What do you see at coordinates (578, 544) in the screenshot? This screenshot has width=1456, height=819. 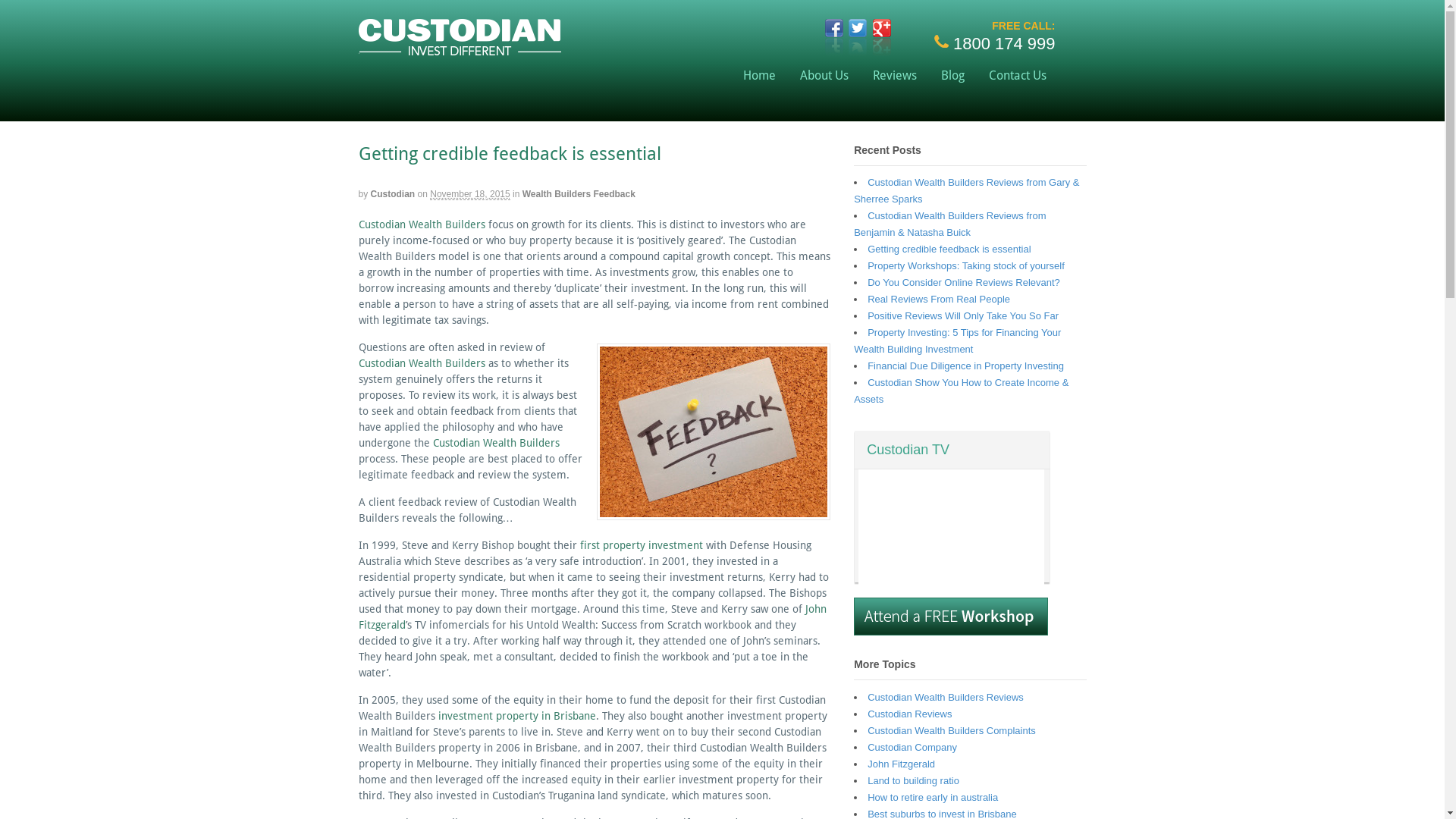 I see `'first property investment'` at bounding box center [578, 544].